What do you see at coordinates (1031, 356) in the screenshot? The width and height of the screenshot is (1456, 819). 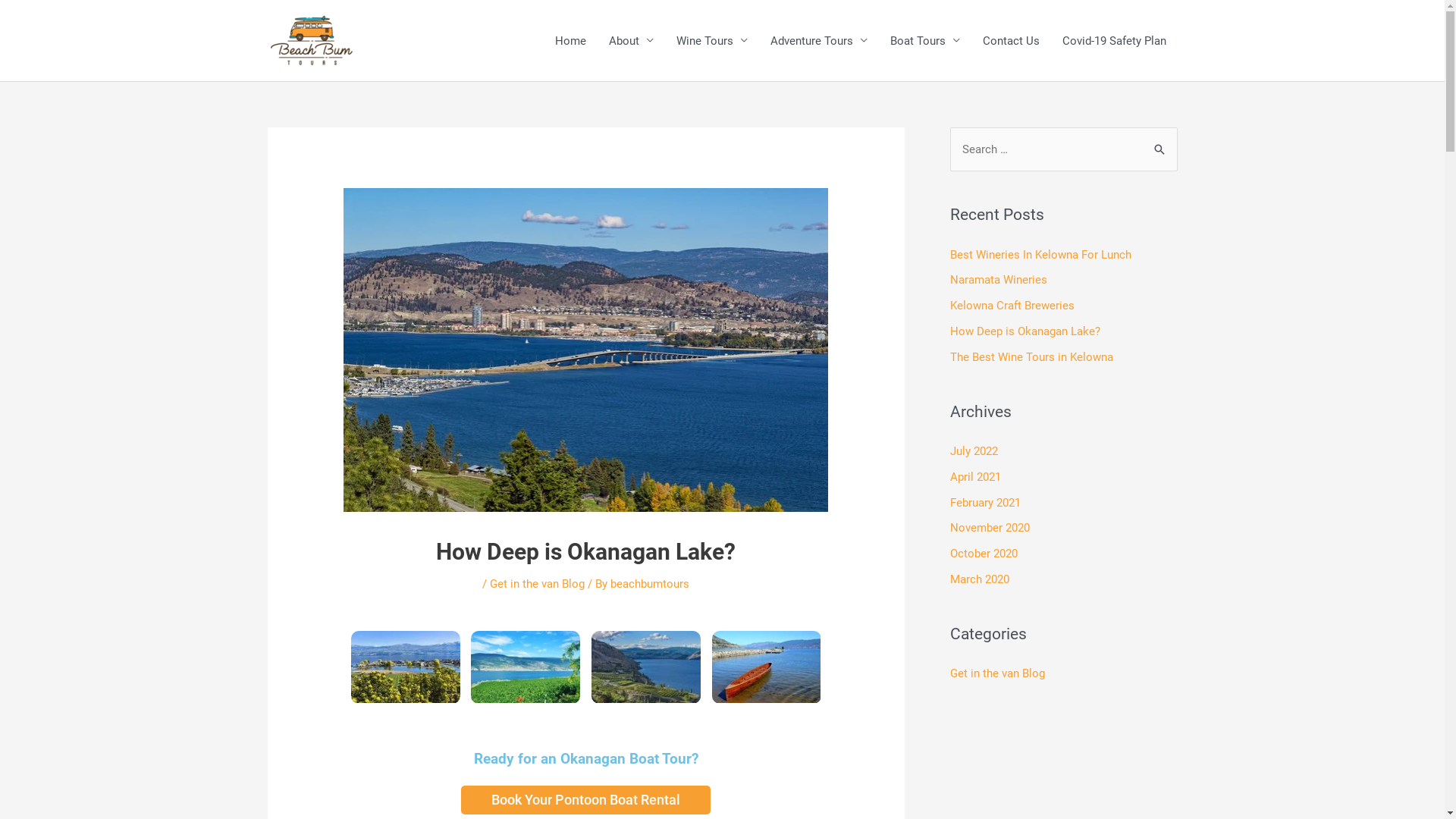 I see `'The Best Wine Tours in Kelowna'` at bounding box center [1031, 356].